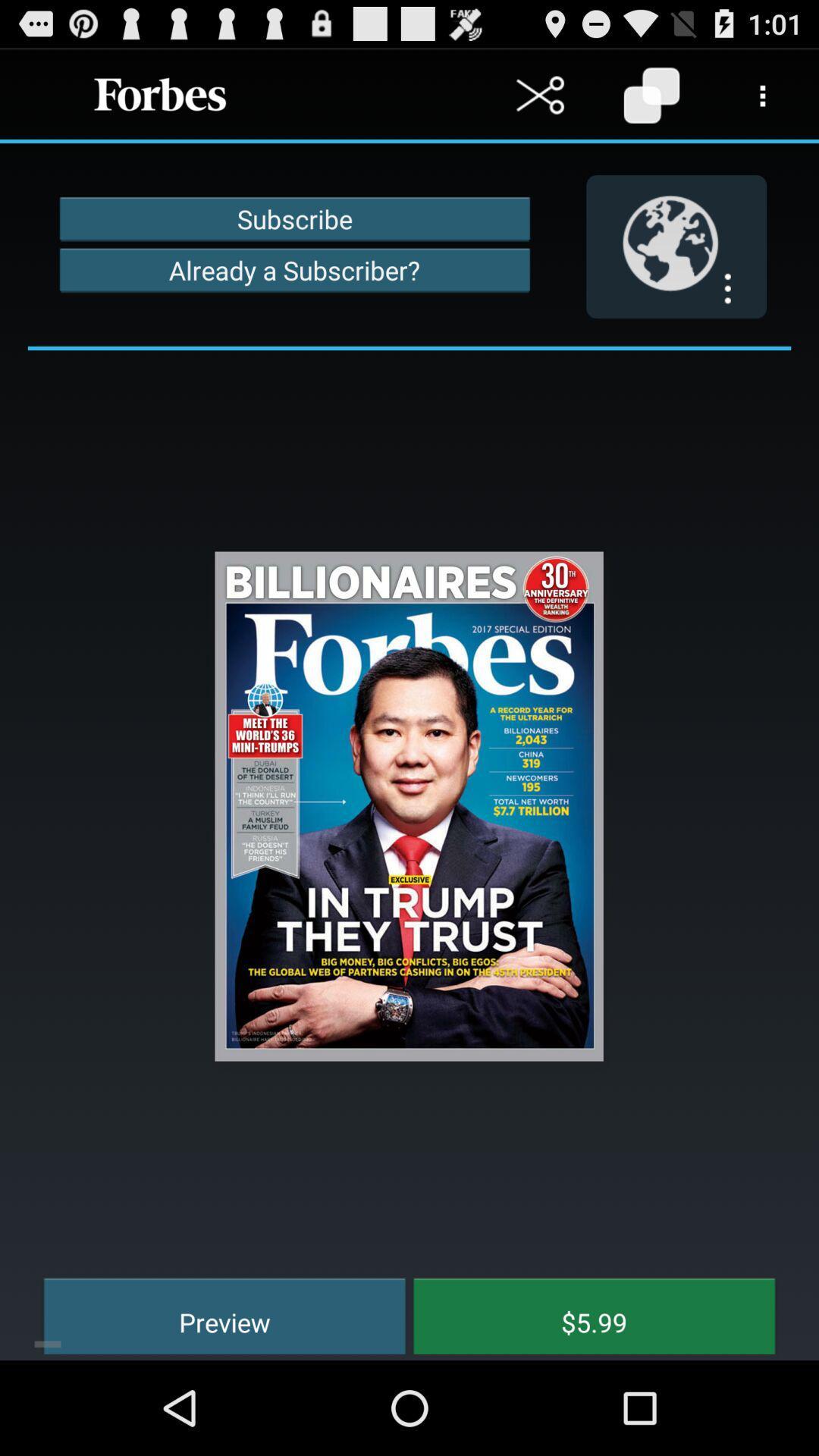 This screenshot has height=1456, width=819. I want to click on $5.99 icon, so click(582, 1313).